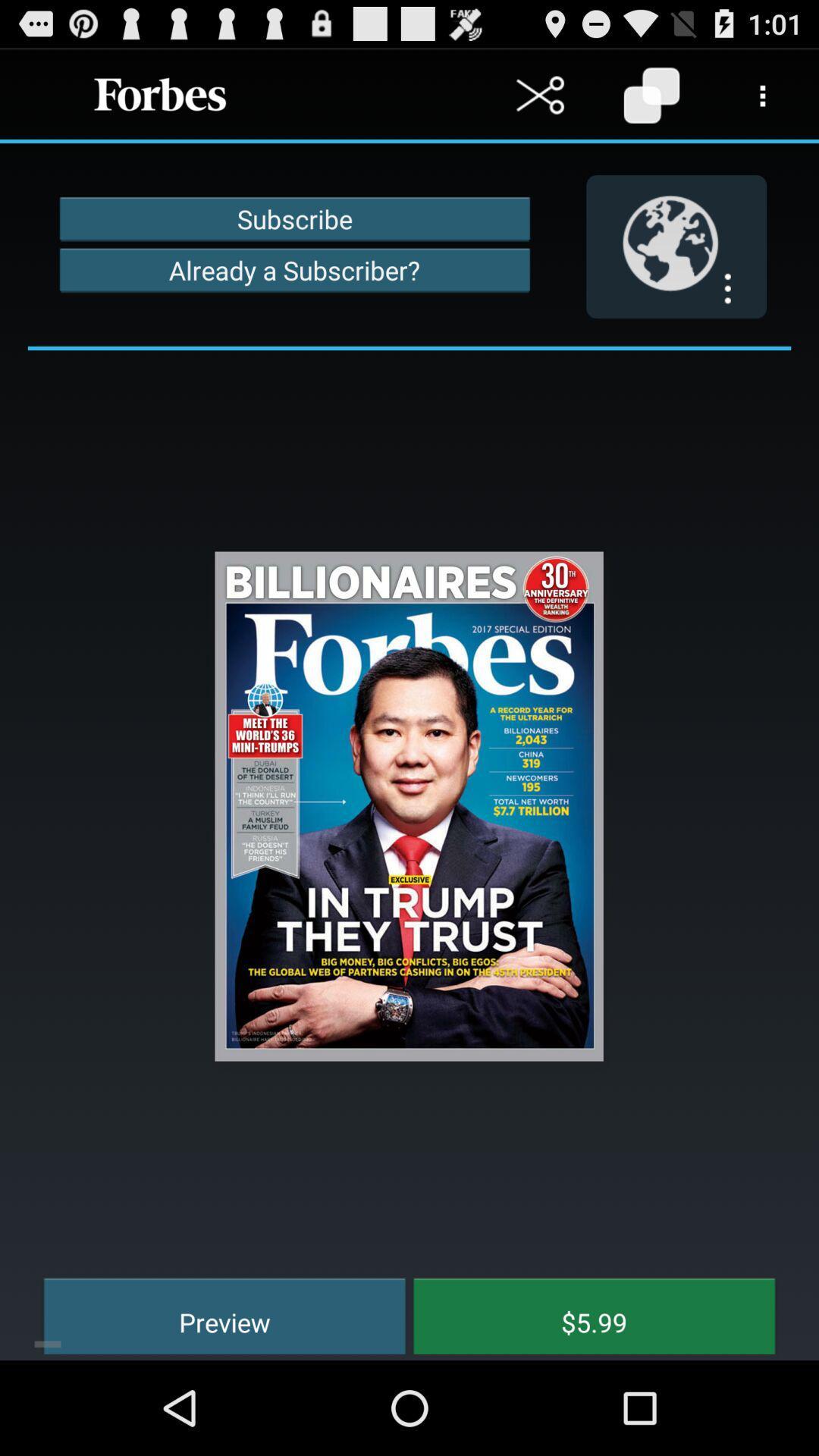 This screenshot has height=1456, width=819. I want to click on $5.99 icon, so click(582, 1313).